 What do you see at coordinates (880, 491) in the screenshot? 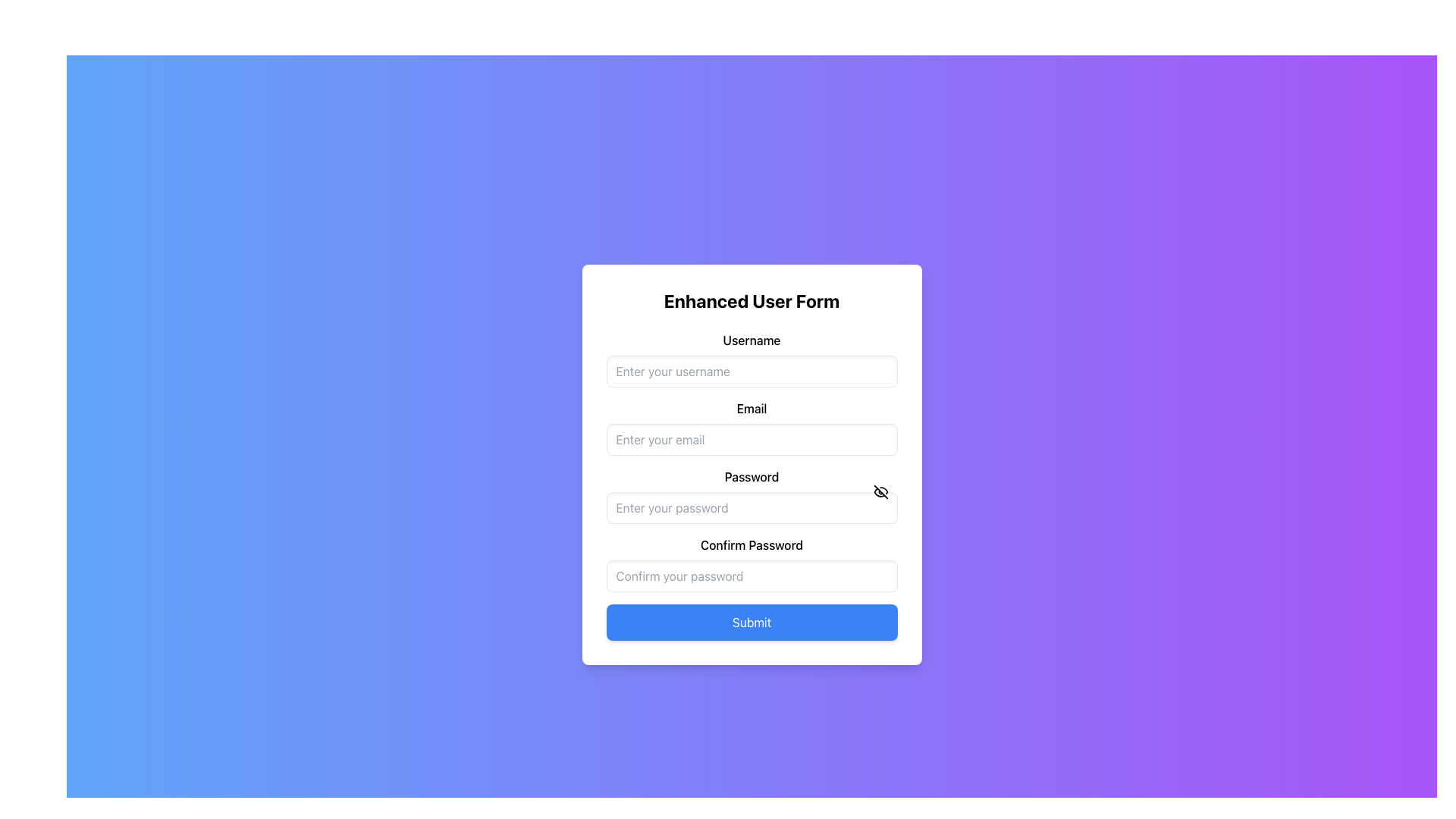
I see `the eye-off icon button that toggles the visibility of the password in the password input field, located to the right of the 'Enter your password' text field` at bounding box center [880, 491].